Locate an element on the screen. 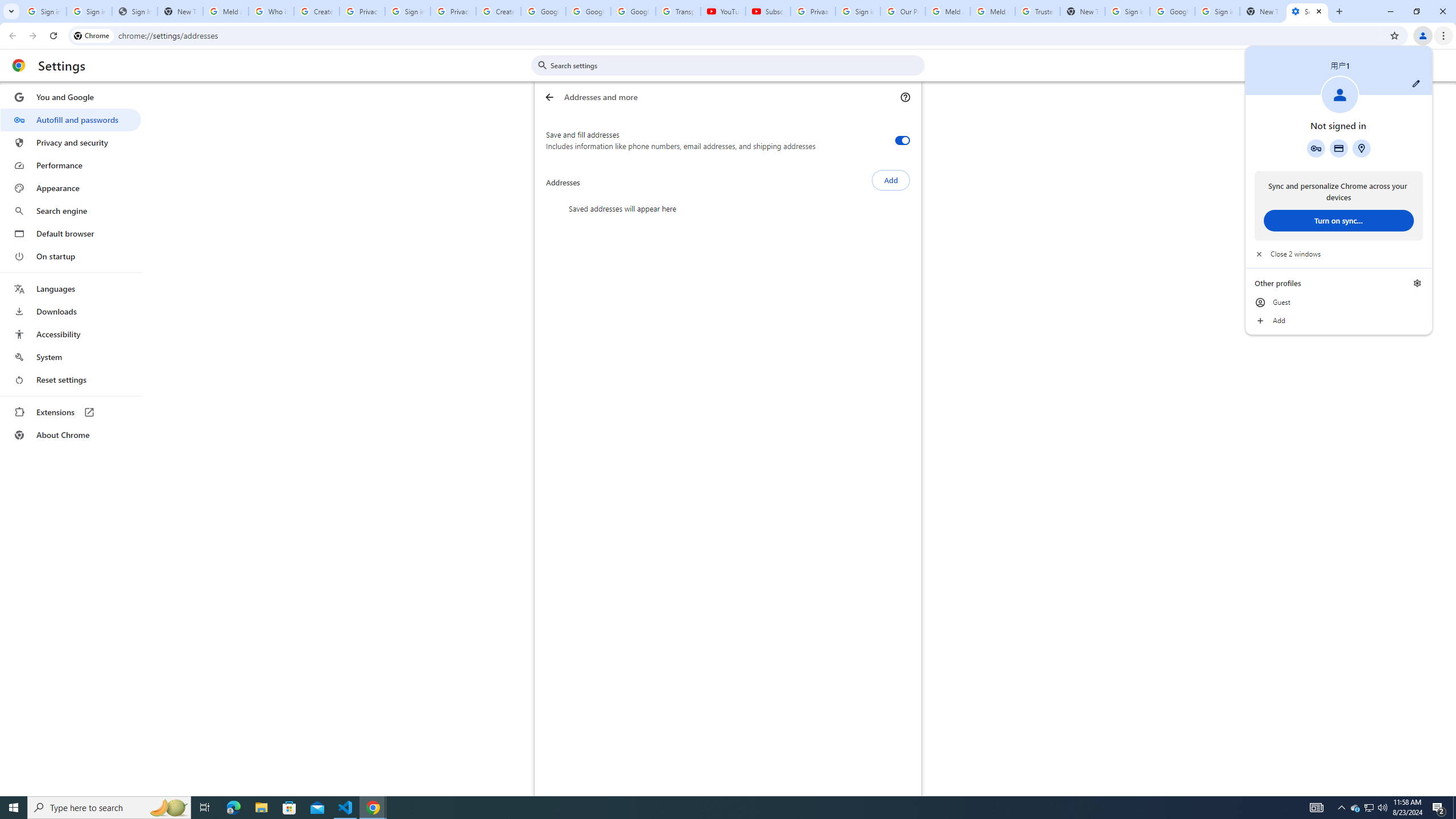  'Microsoft Edge' is located at coordinates (233, 806).